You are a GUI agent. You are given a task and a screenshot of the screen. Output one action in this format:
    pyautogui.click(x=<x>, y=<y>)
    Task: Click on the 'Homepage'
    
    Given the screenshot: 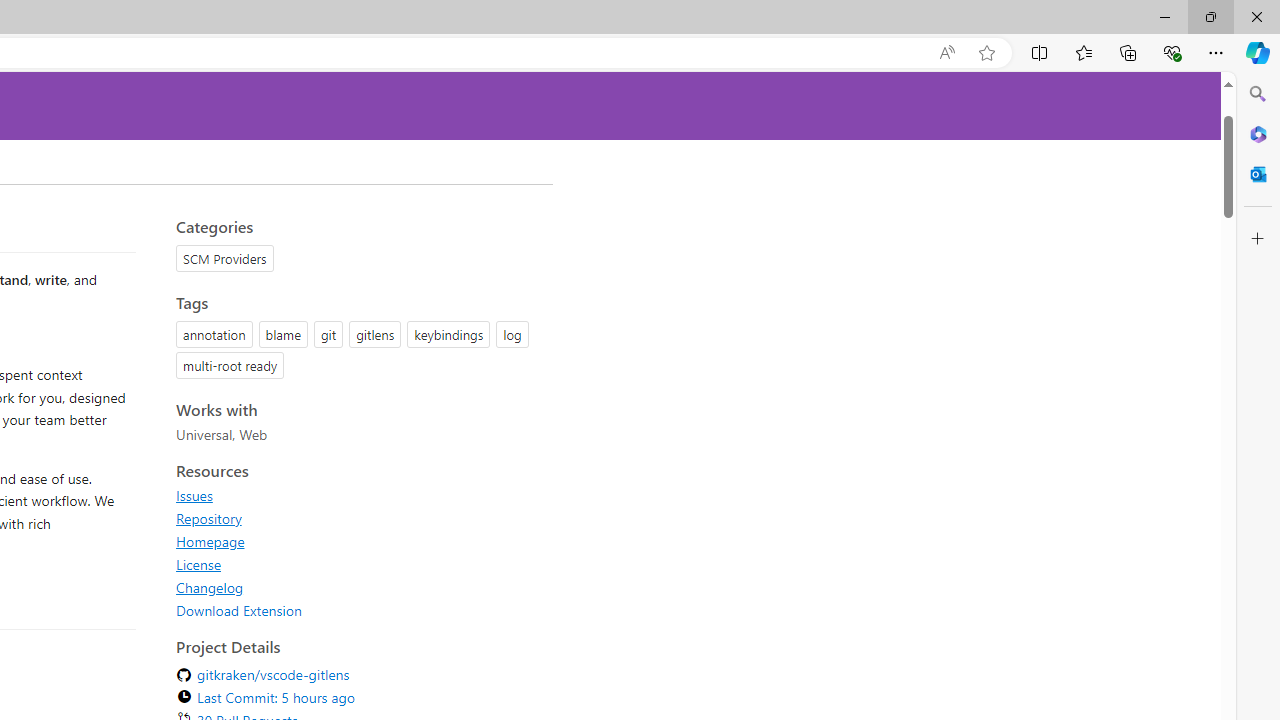 What is the action you would take?
    pyautogui.click(x=210, y=541)
    